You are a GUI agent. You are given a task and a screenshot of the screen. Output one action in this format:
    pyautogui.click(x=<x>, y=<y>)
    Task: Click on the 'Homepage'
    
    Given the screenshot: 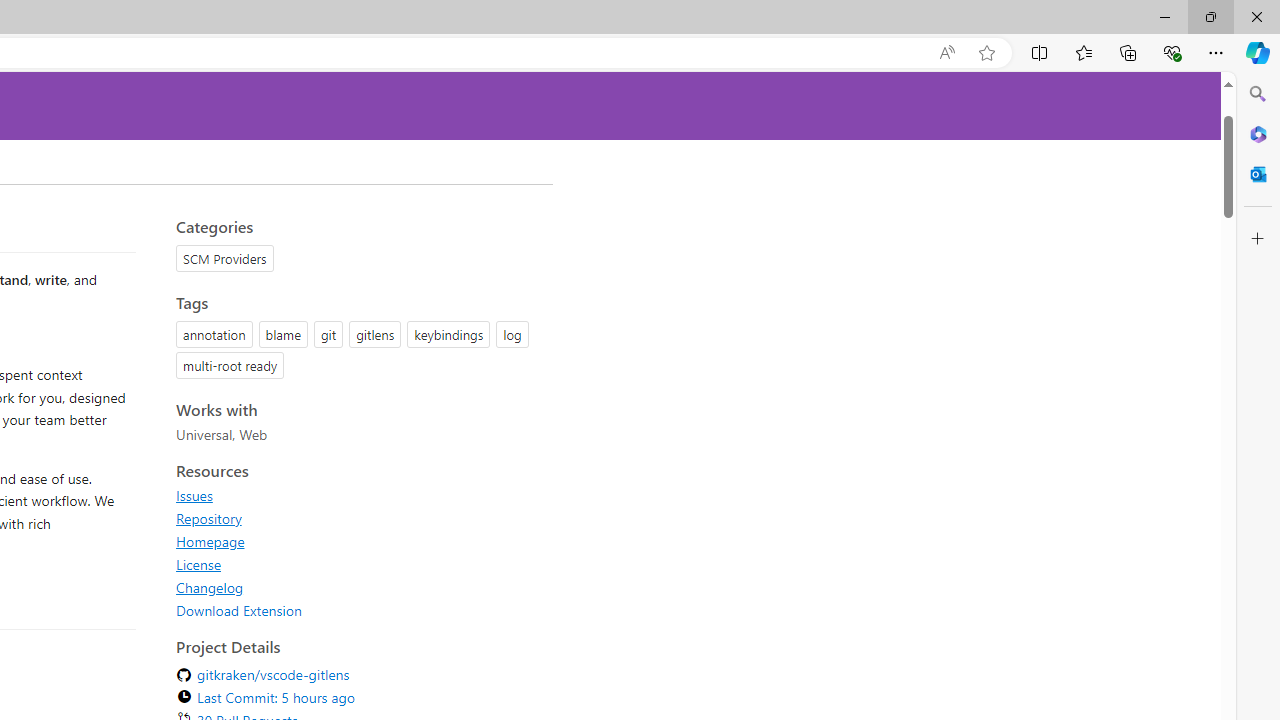 What is the action you would take?
    pyautogui.click(x=210, y=541)
    